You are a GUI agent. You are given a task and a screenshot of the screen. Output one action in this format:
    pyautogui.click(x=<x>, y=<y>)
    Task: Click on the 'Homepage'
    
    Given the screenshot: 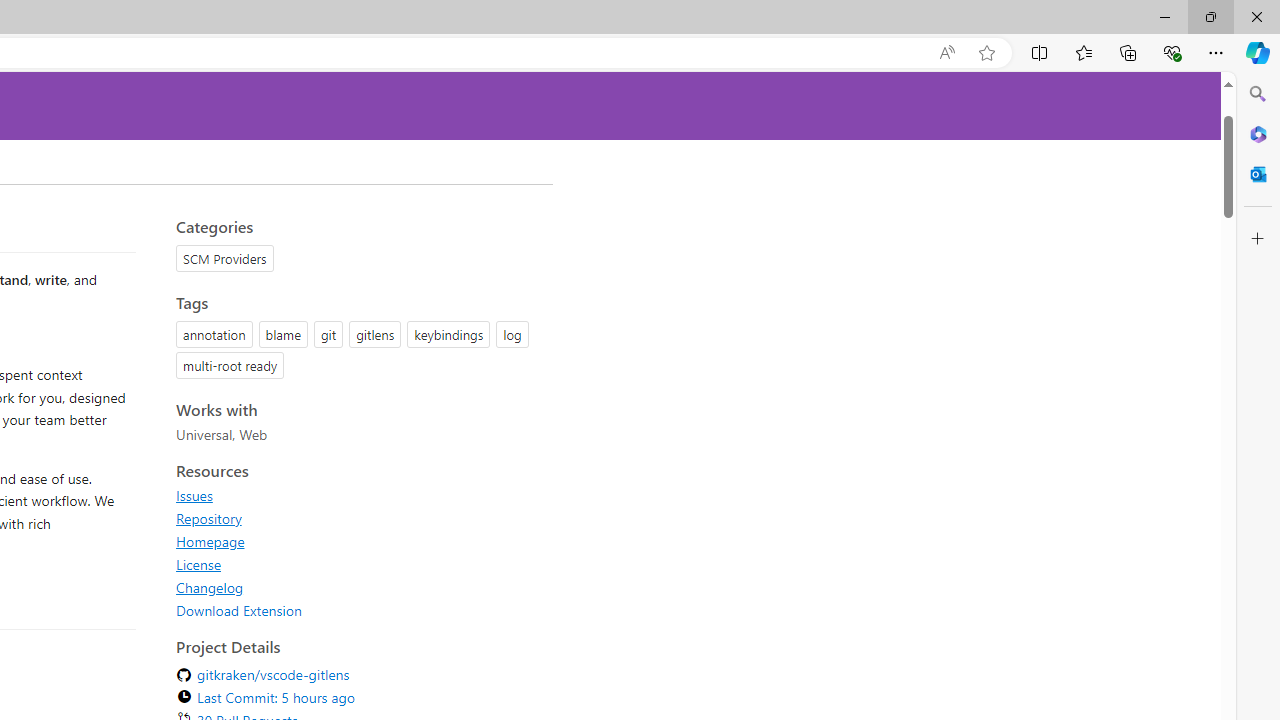 What is the action you would take?
    pyautogui.click(x=210, y=541)
    